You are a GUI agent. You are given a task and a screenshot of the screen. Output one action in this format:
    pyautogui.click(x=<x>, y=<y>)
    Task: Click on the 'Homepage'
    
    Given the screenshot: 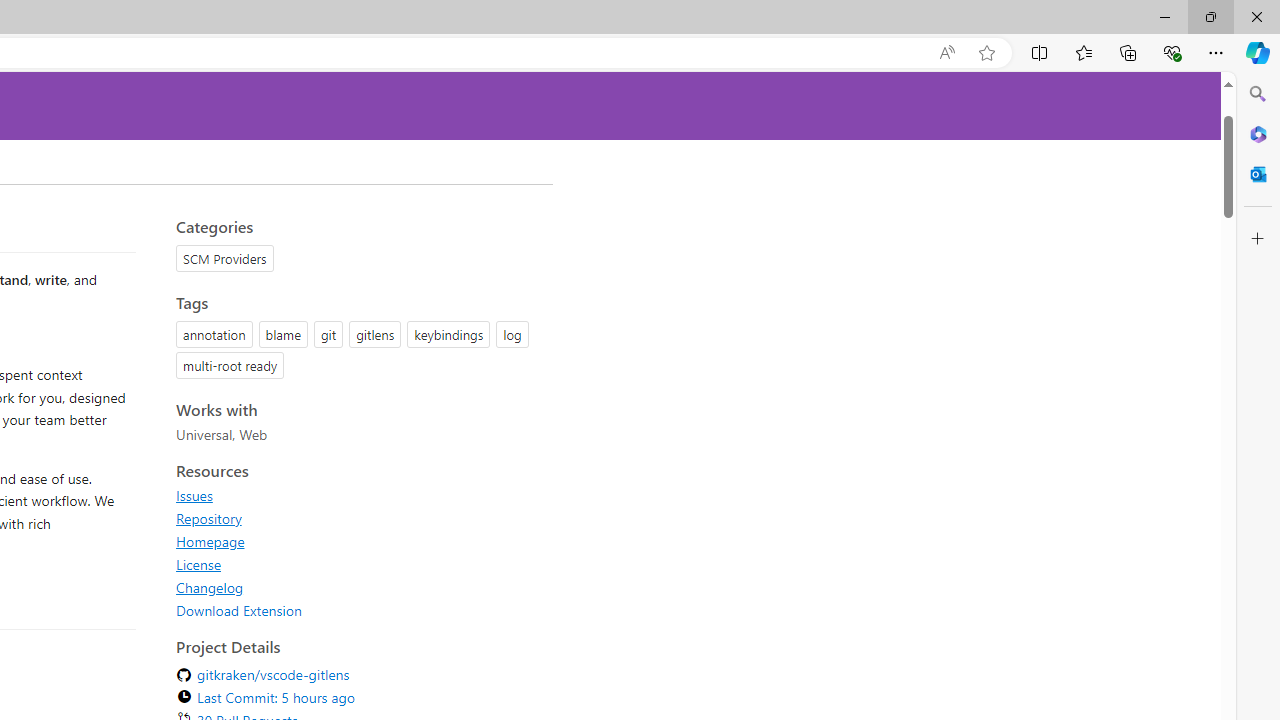 What is the action you would take?
    pyautogui.click(x=210, y=541)
    